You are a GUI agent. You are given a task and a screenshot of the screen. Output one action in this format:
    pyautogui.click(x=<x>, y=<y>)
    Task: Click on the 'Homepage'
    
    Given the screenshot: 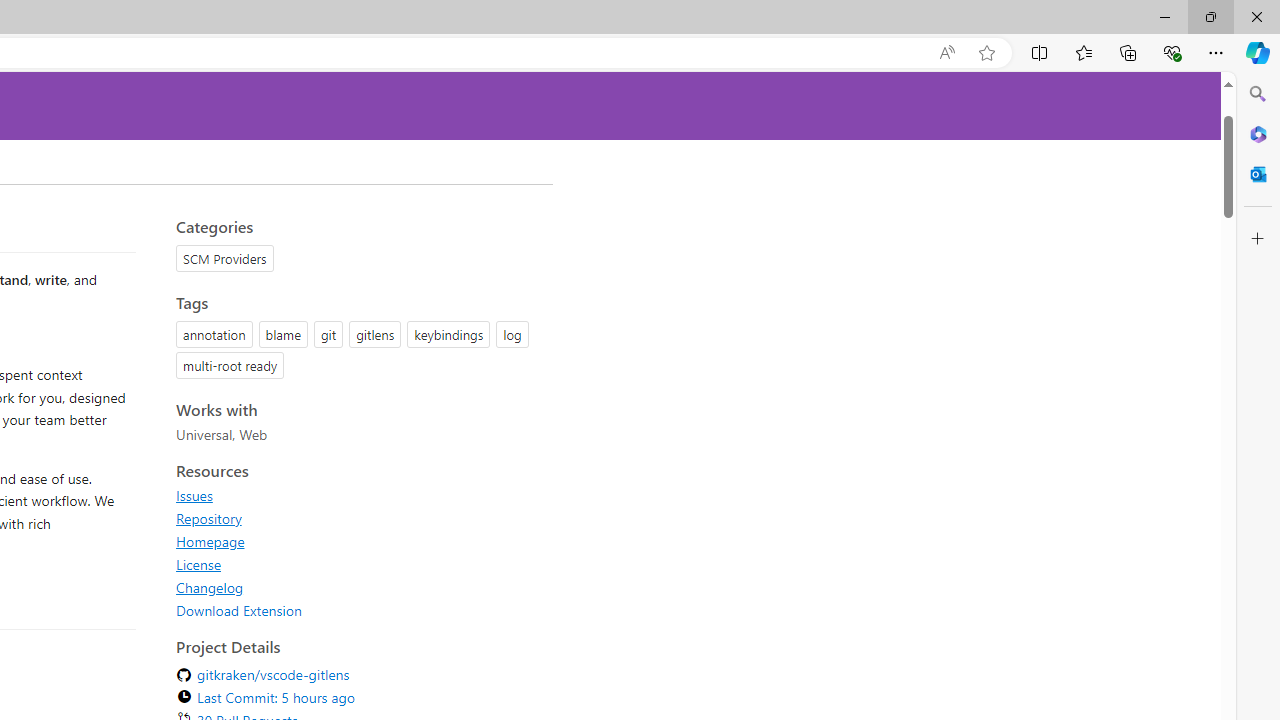 What is the action you would take?
    pyautogui.click(x=210, y=541)
    